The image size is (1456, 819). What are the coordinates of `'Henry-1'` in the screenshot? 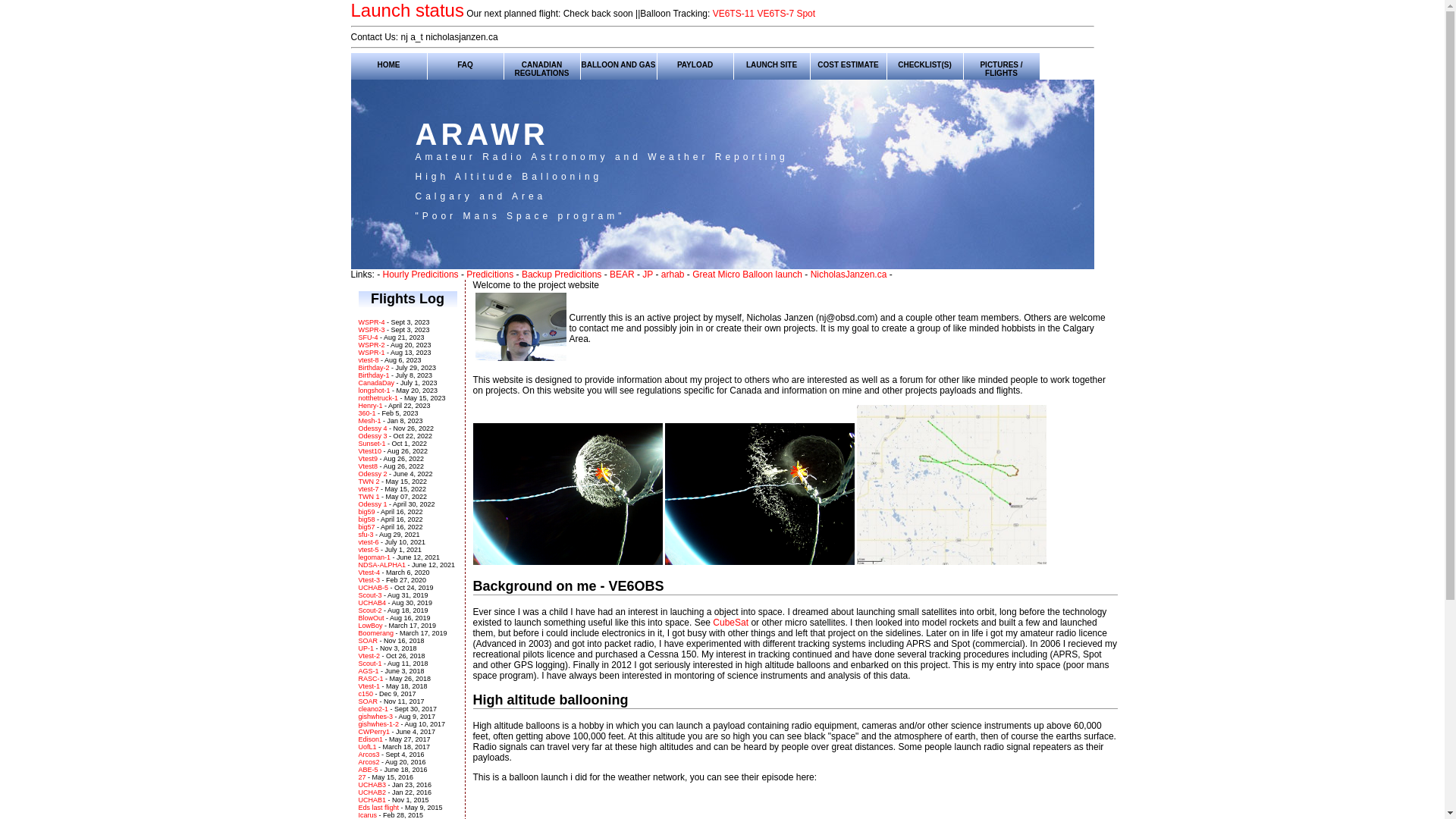 It's located at (370, 405).